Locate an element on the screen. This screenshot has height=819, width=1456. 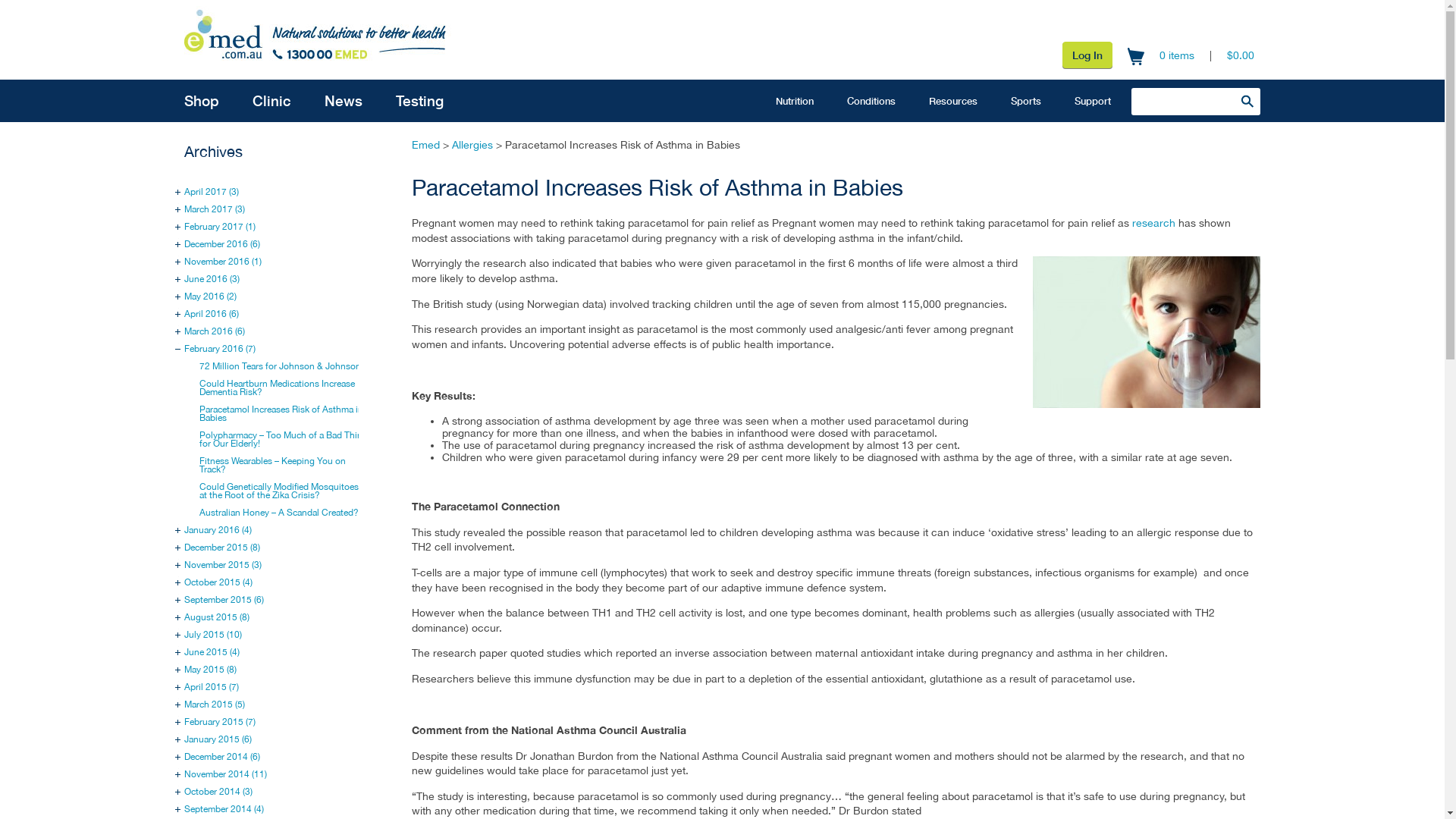
'October 2014 (3)' is located at coordinates (218, 791).